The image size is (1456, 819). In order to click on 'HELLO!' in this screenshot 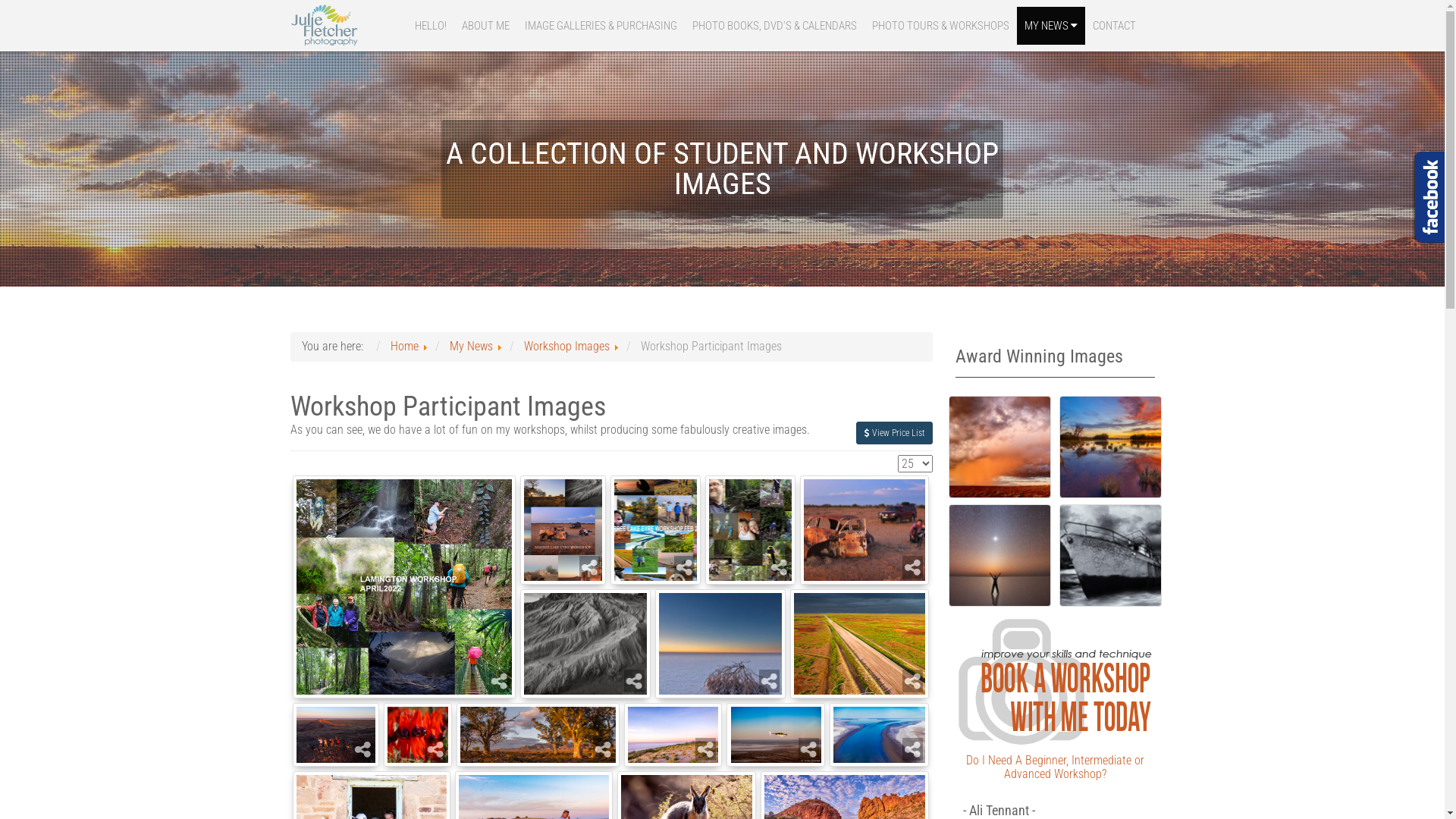, I will do `click(428, 26)`.